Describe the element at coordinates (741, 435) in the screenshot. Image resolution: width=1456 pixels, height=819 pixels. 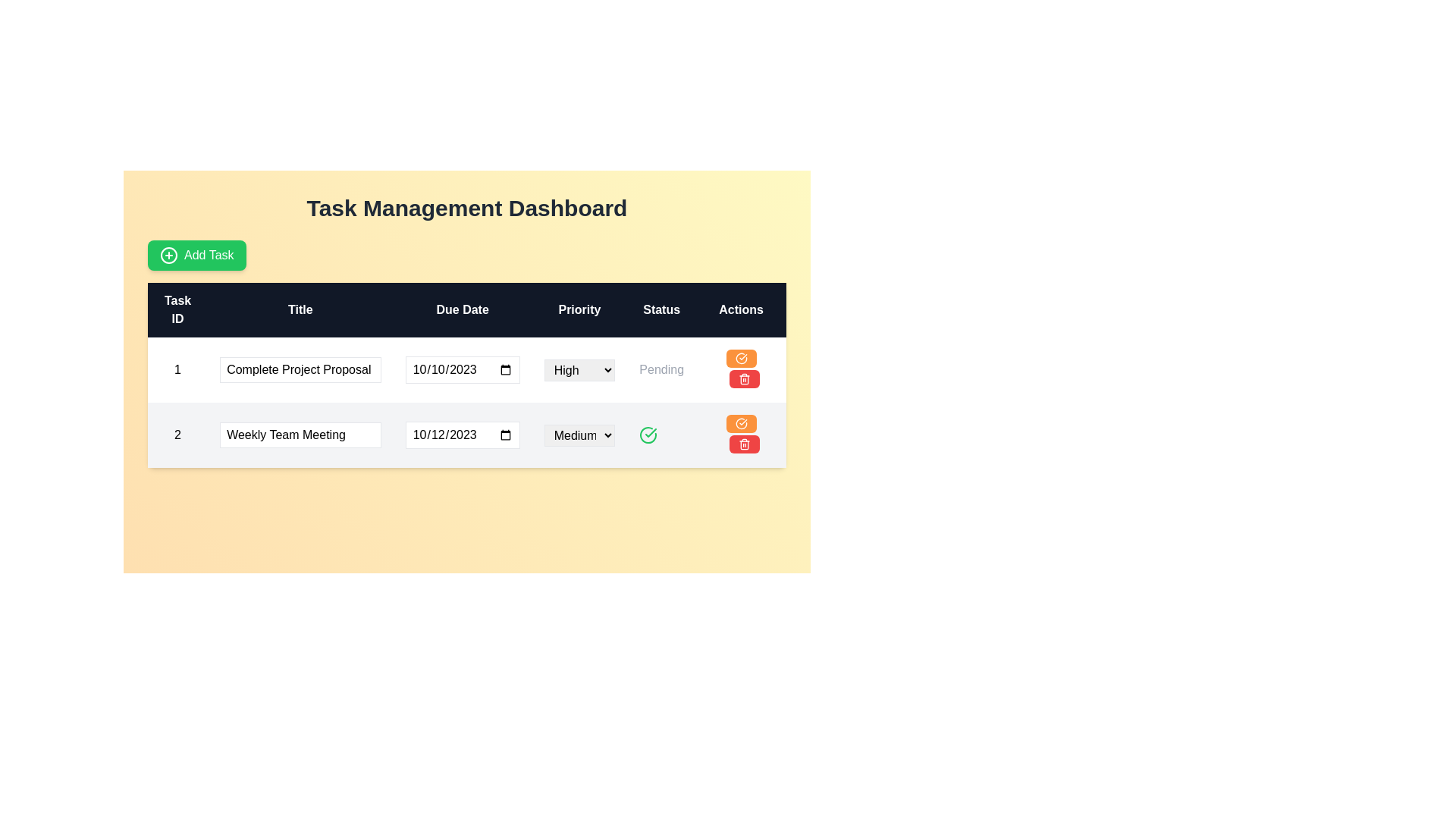
I see `the delete button located in the second row of the task table, rightmost column` at that location.